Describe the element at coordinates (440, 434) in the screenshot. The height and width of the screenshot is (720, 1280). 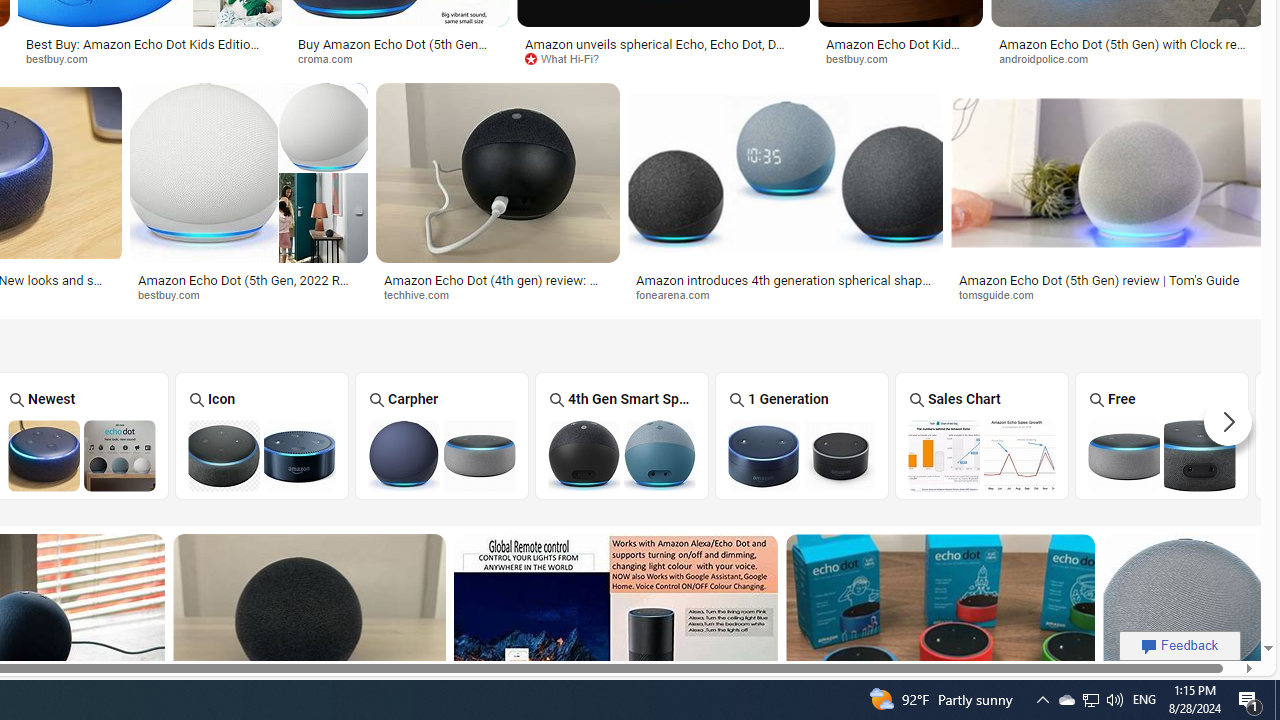
I see `'Carpher'` at that location.